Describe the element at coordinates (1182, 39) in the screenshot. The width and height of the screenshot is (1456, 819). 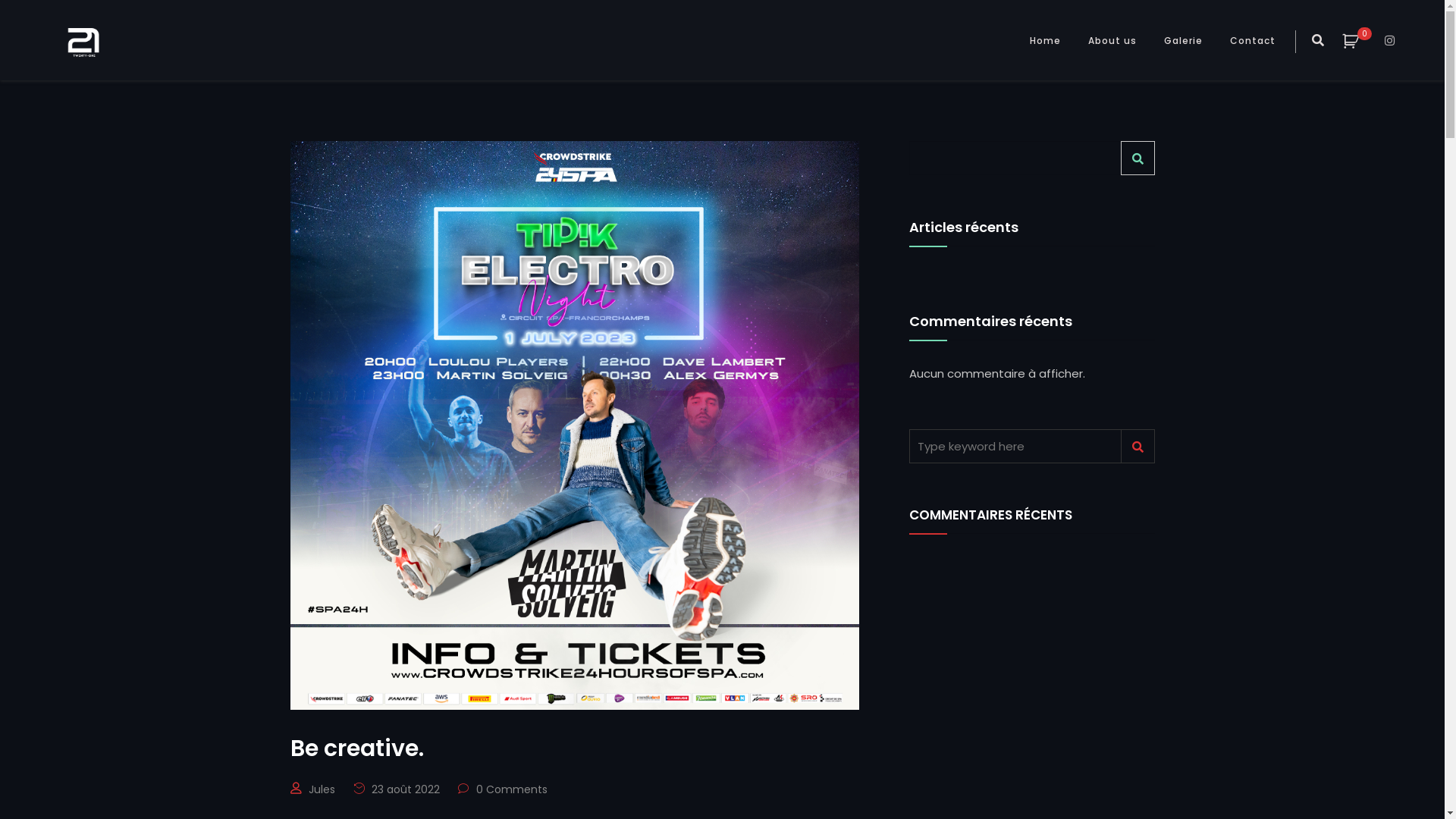
I see `'Galerie'` at that location.